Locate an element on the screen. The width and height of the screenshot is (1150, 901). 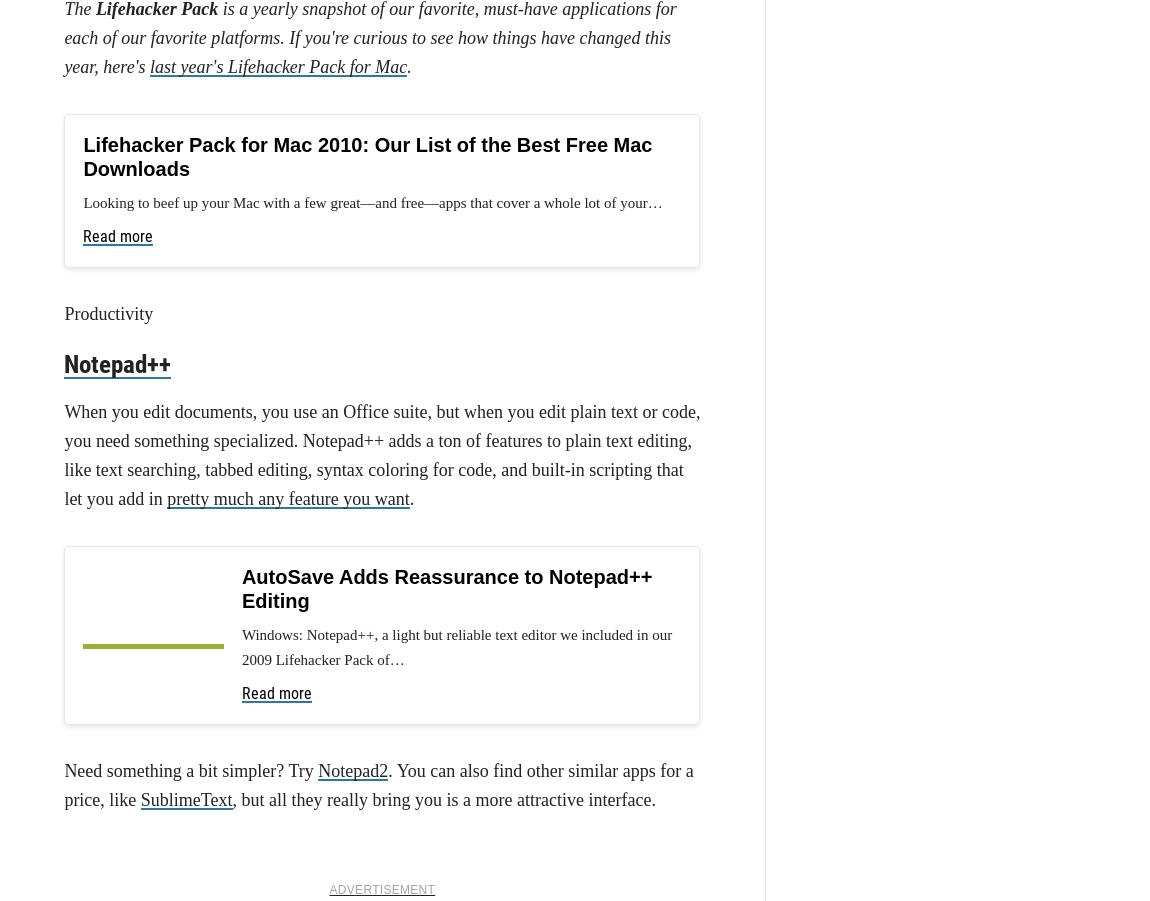
'Gmail Slow or Down for Some, IMAP Still Working' is located at coordinates (320, 243).